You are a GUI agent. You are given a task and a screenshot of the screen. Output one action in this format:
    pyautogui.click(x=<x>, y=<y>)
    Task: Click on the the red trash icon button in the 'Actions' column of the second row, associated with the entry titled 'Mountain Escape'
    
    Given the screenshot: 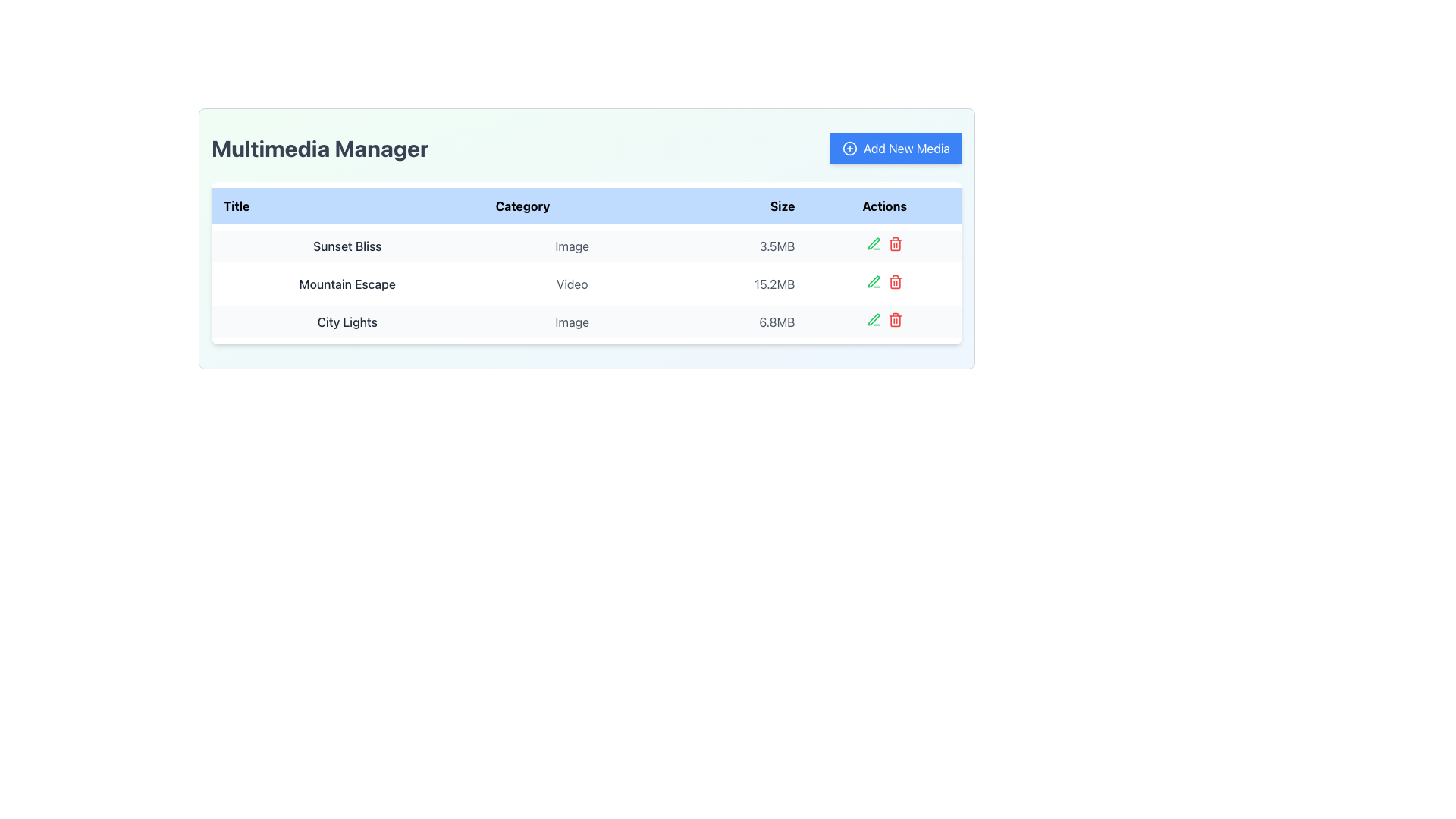 What is the action you would take?
    pyautogui.click(x=895, y=281)
    